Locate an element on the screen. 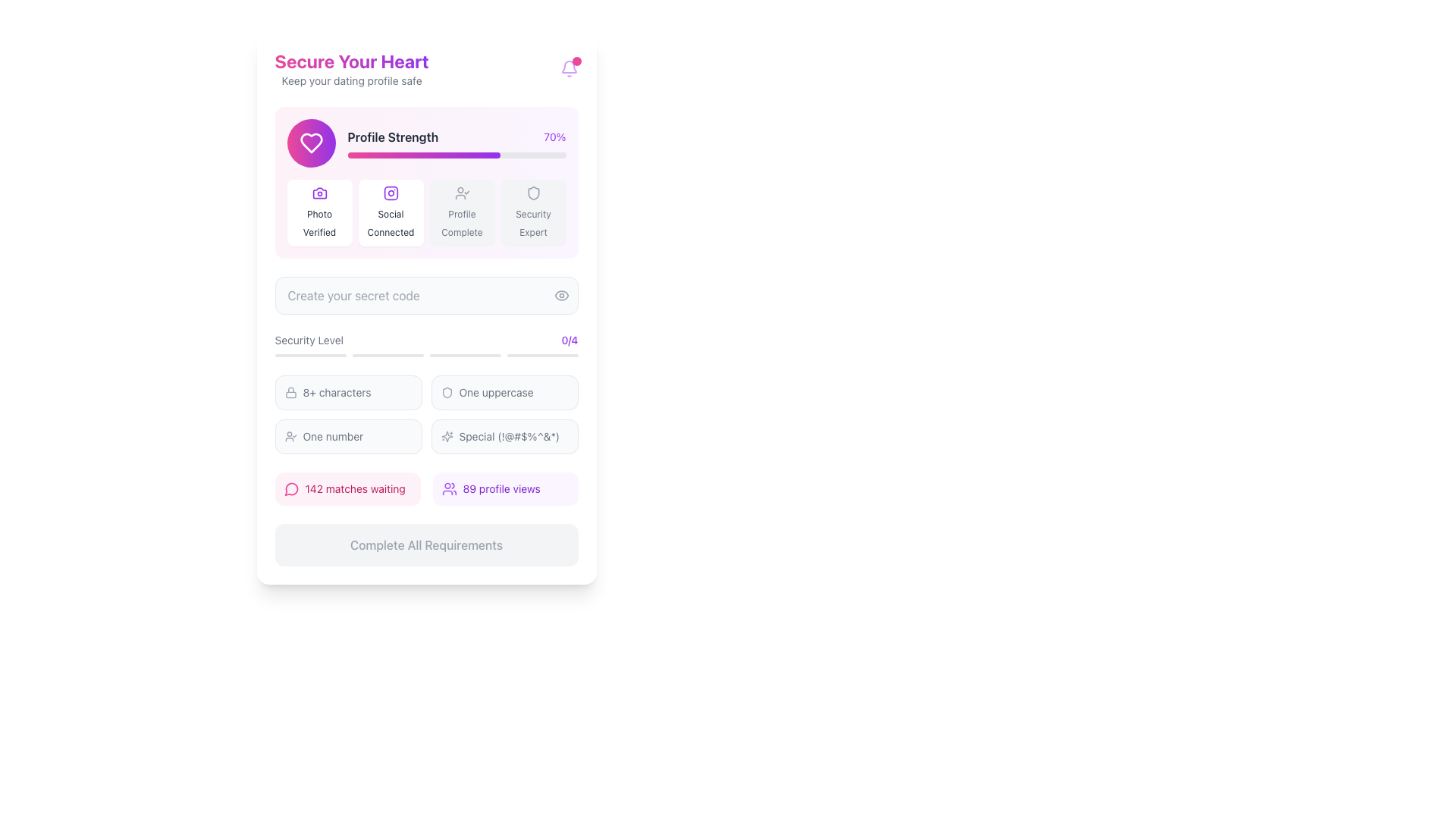 Image resolution: width=1456 pixels, height=819 pixels. the visual indicator card labeled 'Profile Complete', which is a rectangular card with rounded corners and a light grey background, located in the grid layout under the 'Profile Strength' bar is located at coordinates (461, 213).